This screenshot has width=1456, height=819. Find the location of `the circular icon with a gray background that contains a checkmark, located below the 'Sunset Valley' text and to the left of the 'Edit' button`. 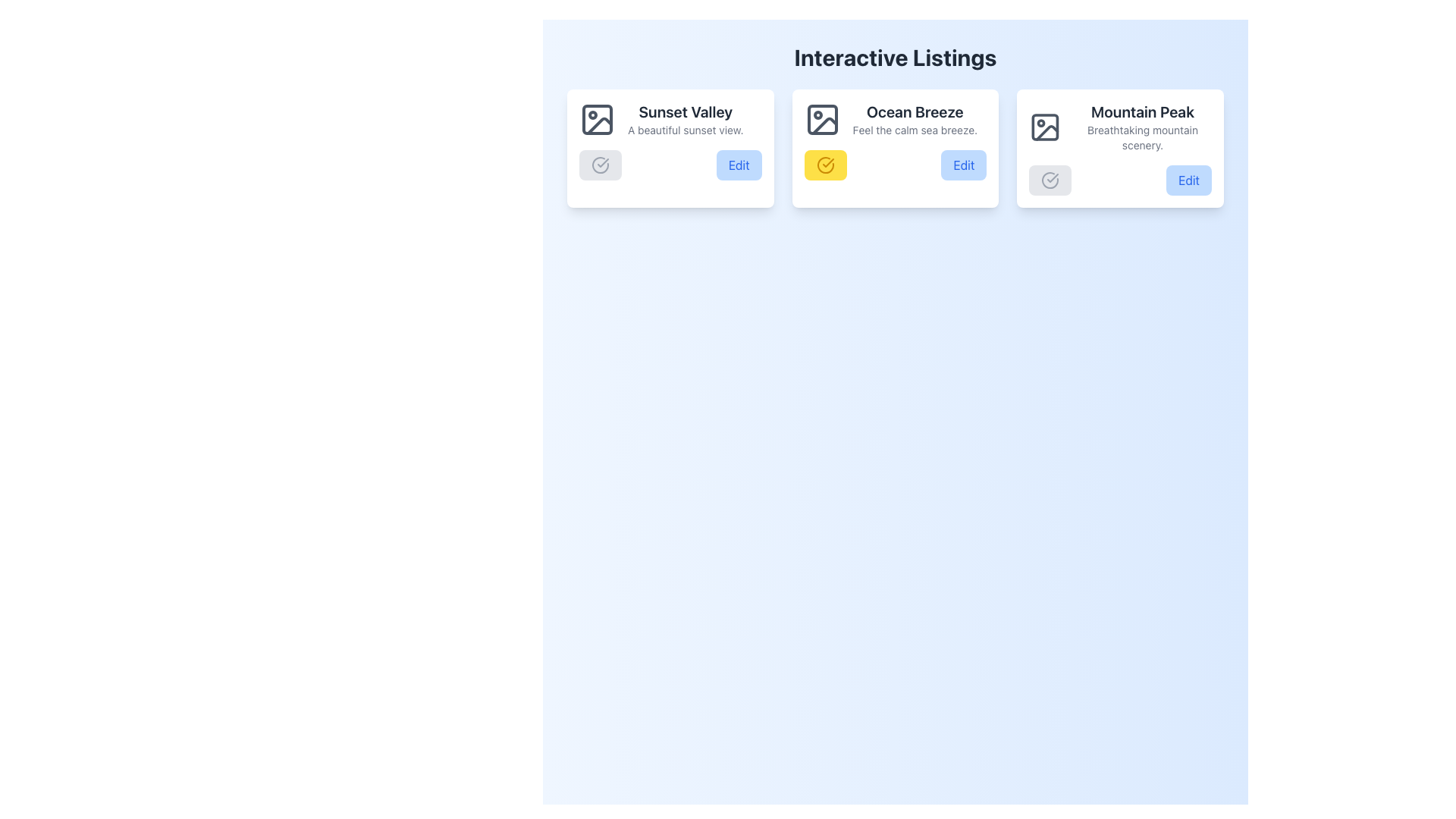

the circular icon with a gray background that contains a checkmark, located below the 'Sunset Valley' text and to the left of the 'Edit' button is located at coordinates (600, 165).